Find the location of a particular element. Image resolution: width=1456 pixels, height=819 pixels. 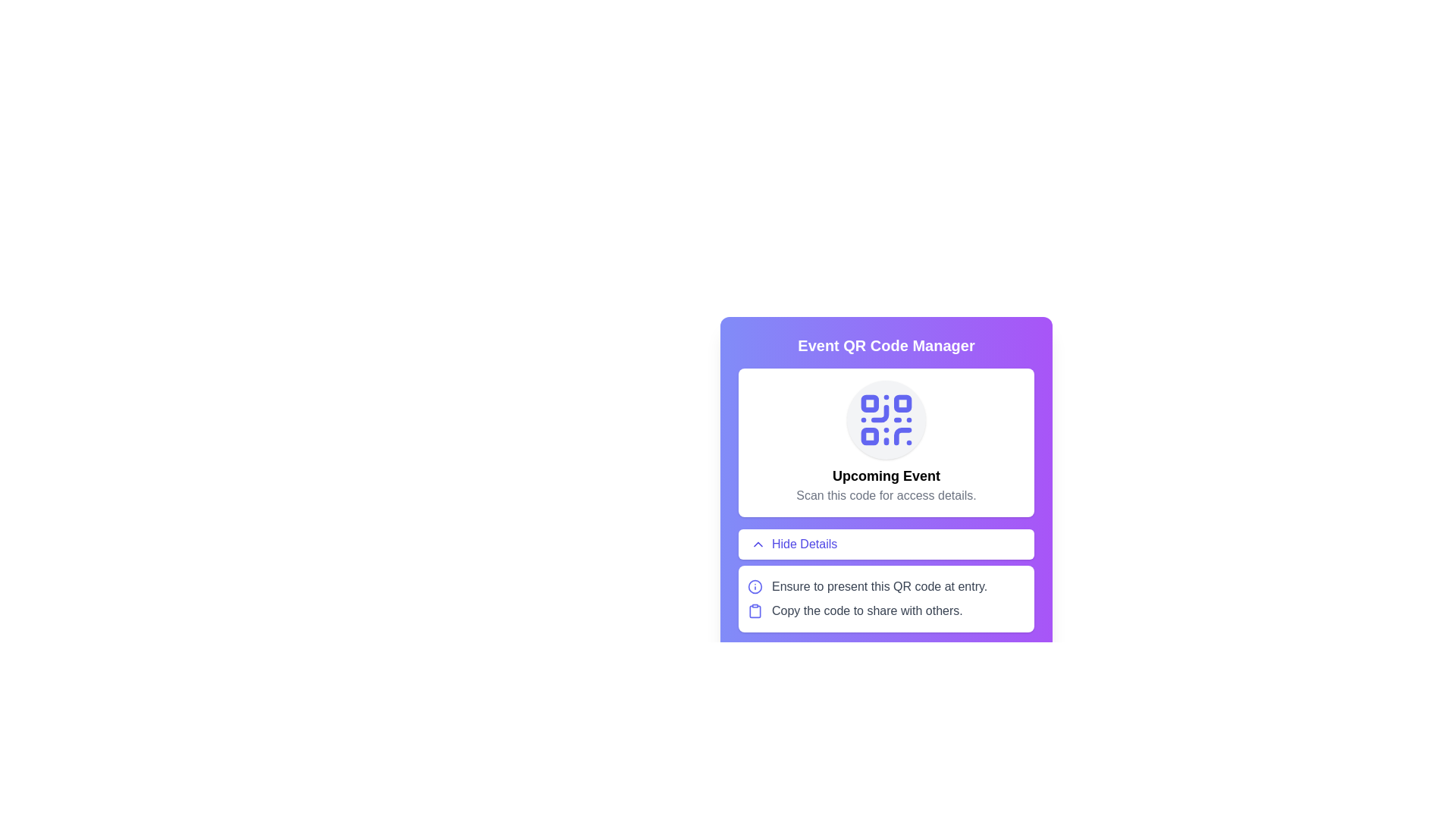

the text label displaying 'Upcoming Event' in a large, bold font, located within a light purple card interface, positioned above the text 'Scan this code for access details.' is located at coordinates (886, 475).